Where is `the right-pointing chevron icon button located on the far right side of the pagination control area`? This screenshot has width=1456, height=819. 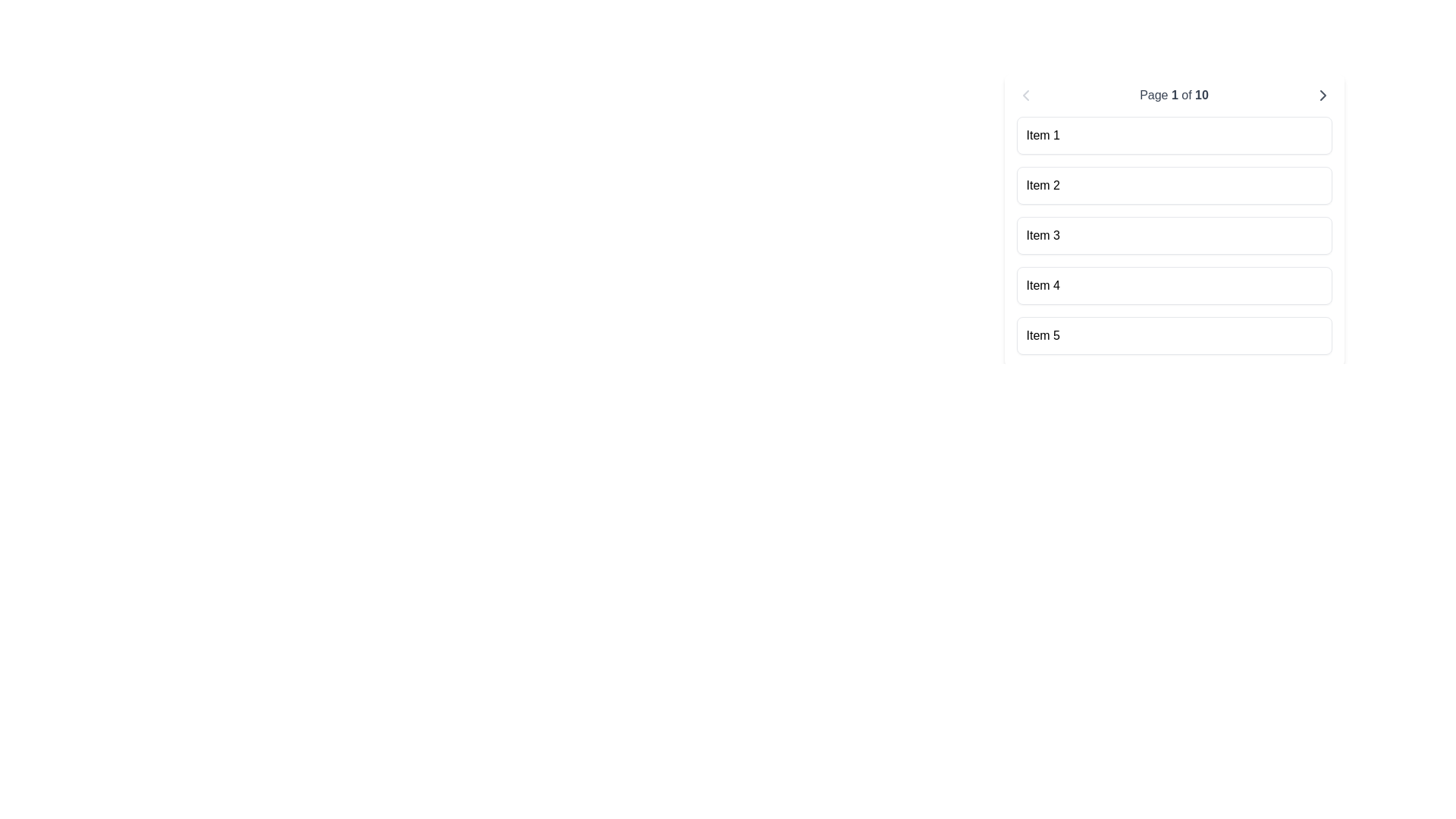 the right-pointing chevron icon button located on the far right side of the pagination control area is located at coordinates (1322, 96).